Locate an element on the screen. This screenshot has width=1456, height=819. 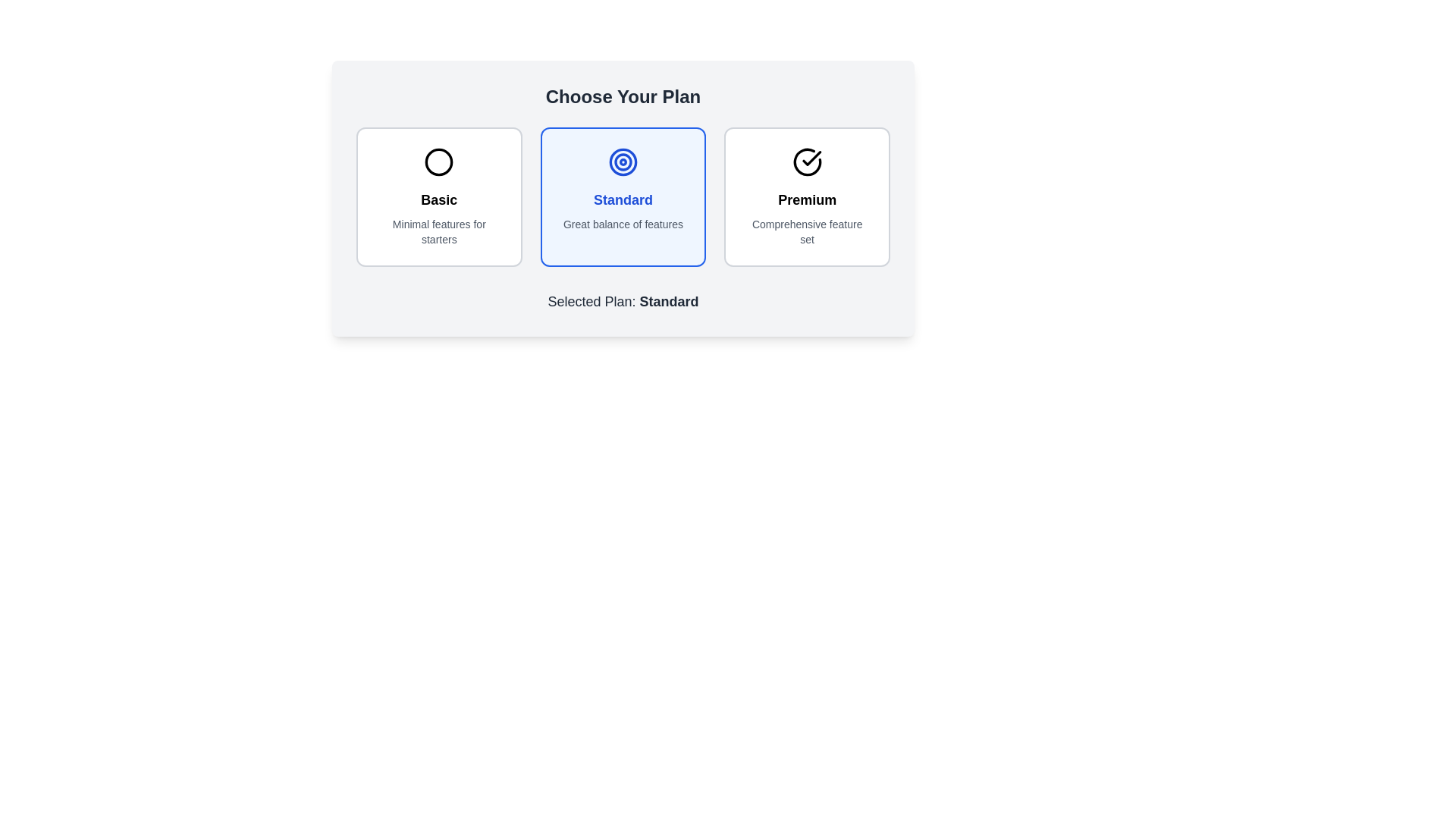
the blue text label displaying 'Standard' which is positioned in the middle card of three options, centered below a circular icon and above descriptive text is located at coordinates (623, 199).